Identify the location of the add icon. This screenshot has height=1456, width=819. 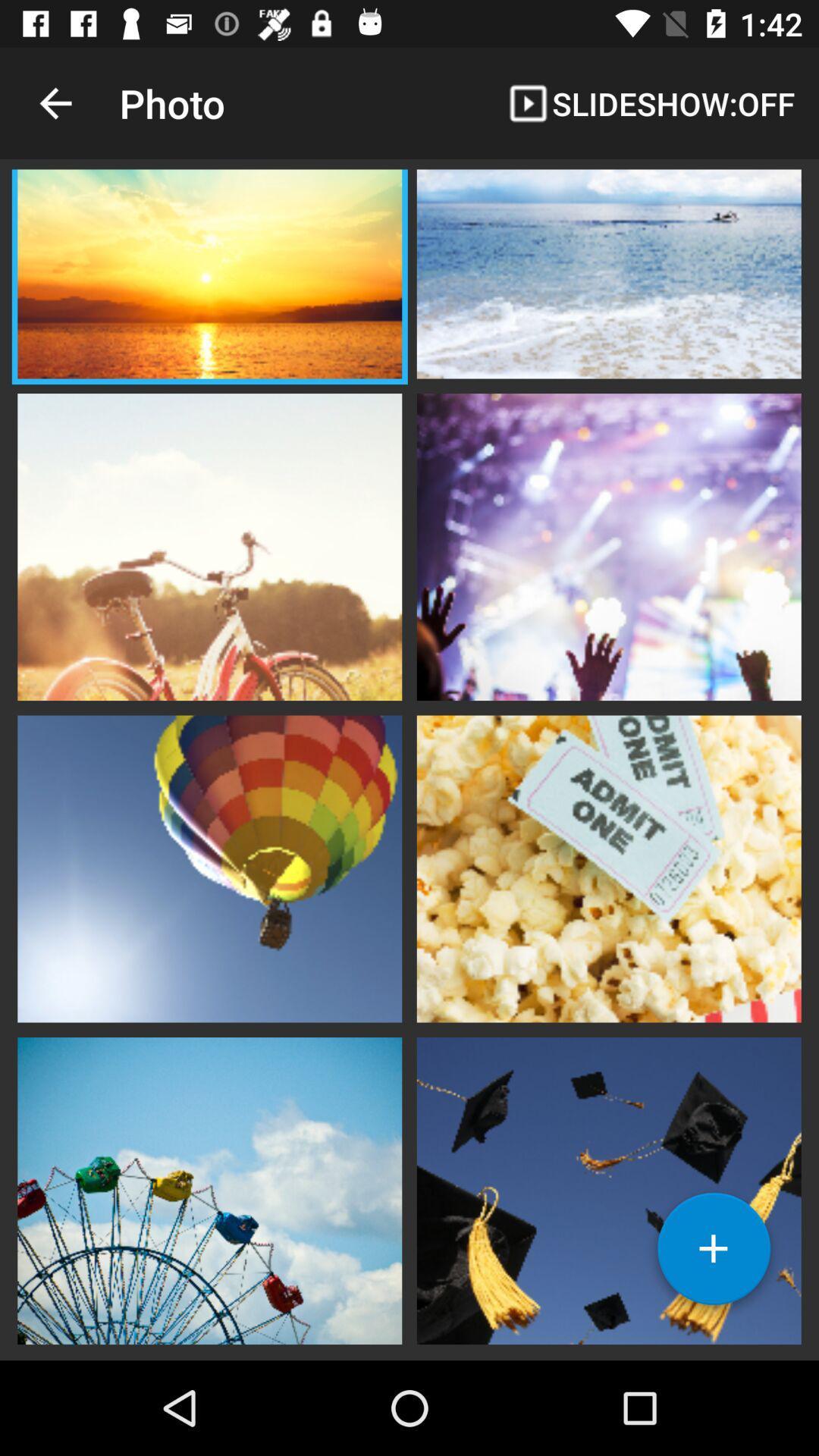
(714, 1254).